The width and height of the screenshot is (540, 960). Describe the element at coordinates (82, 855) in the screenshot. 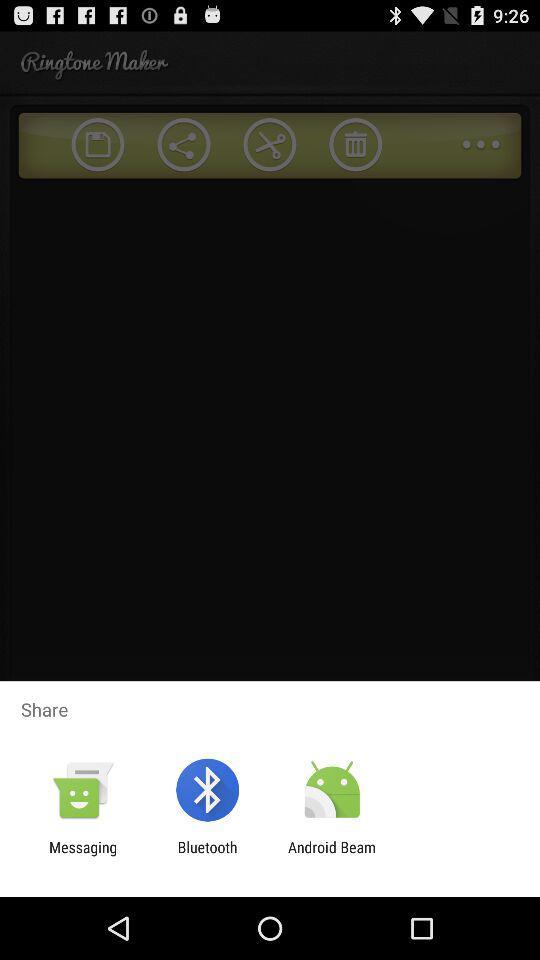

I see `the messaging` at that location.